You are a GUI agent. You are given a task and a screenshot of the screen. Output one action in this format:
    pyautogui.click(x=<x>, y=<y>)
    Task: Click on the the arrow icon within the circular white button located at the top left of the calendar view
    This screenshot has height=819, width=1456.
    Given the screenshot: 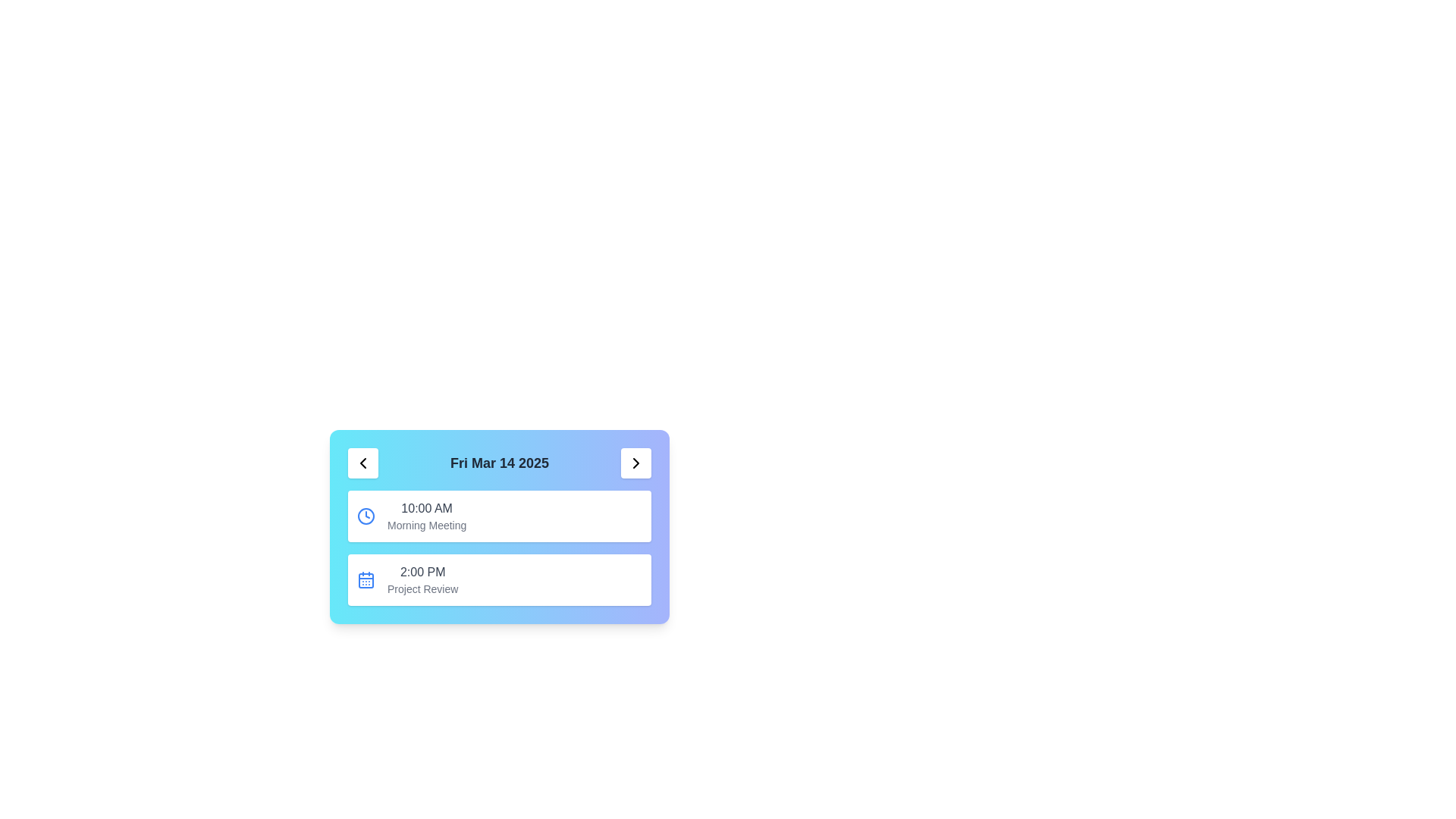 What is the action you would take?
    pyautogui.click(x=362, y=462)
    